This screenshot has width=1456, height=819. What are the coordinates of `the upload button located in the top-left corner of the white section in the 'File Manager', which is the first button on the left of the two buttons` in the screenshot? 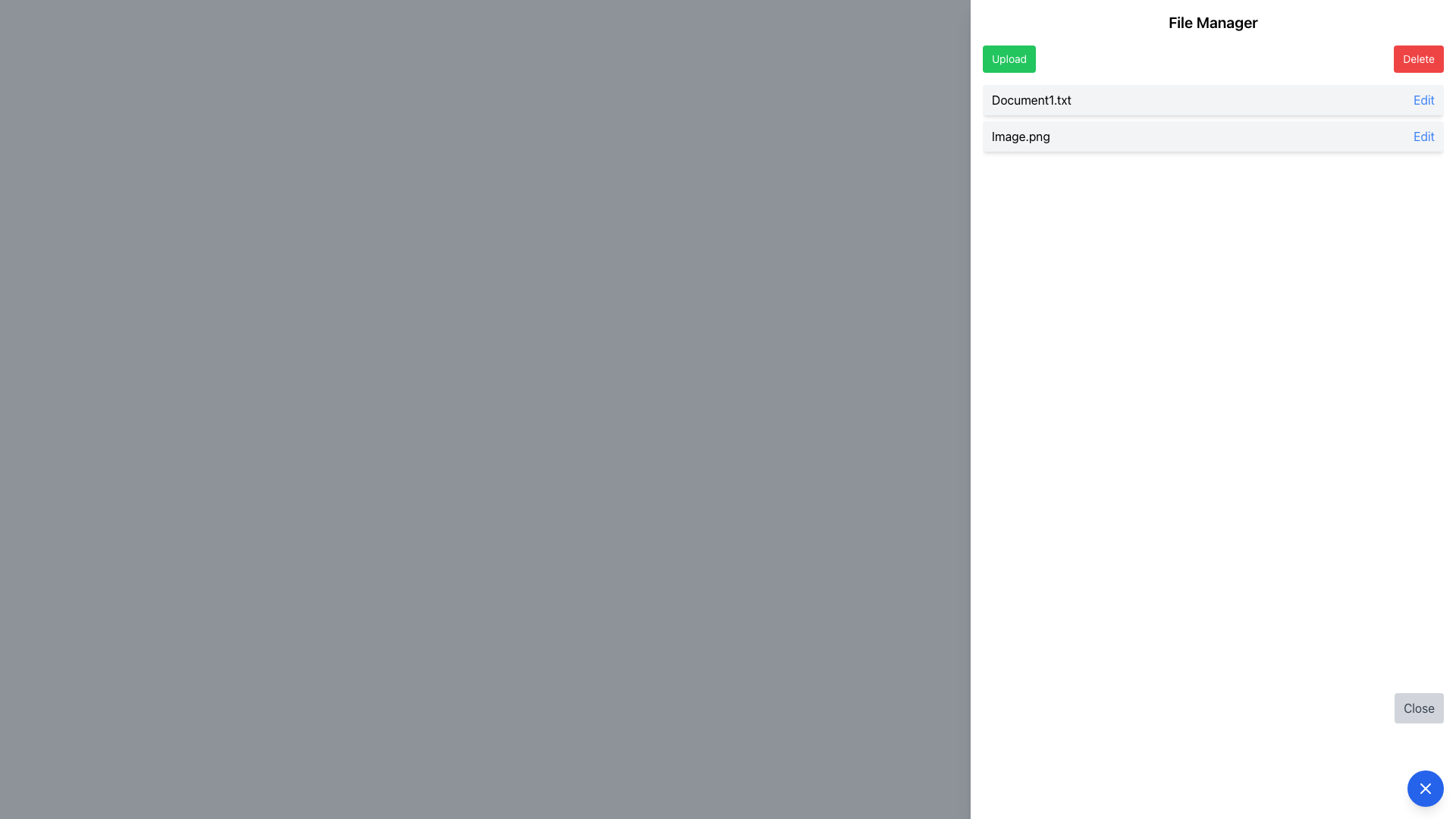 It's located at (1009, 58).